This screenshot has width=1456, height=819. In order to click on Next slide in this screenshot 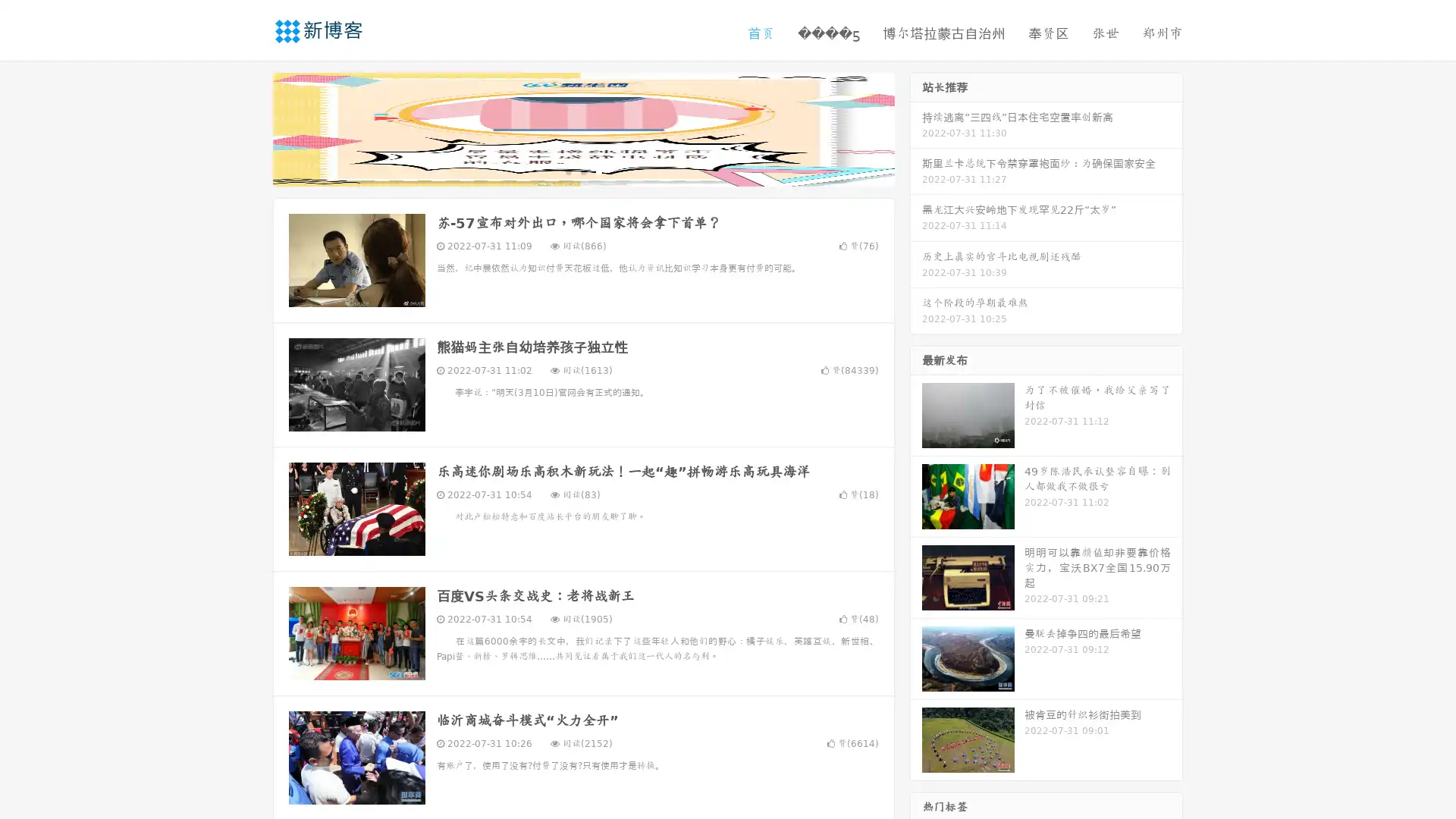, I will do `click(916, 127)`.